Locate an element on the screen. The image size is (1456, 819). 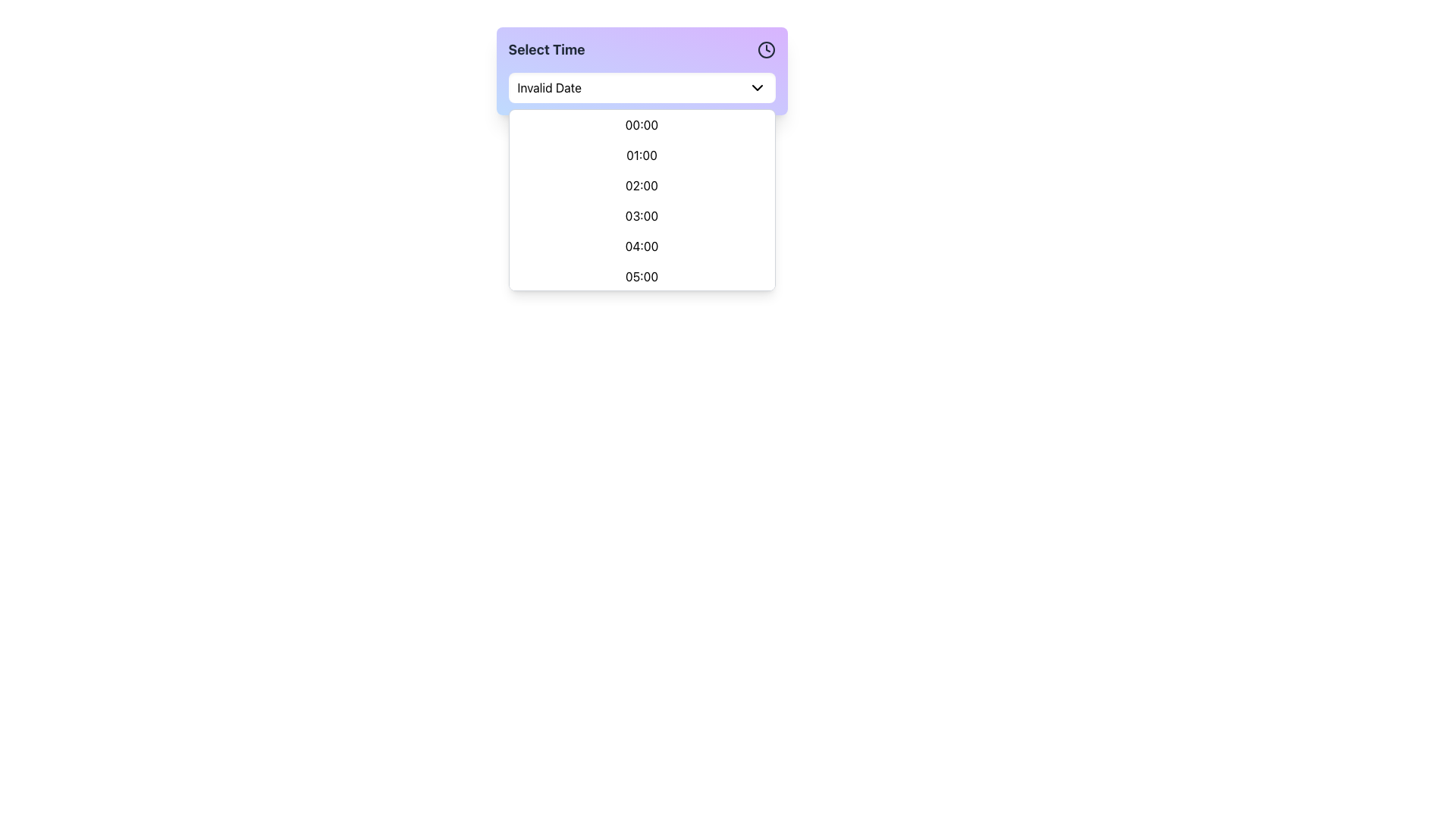
the circular boundary of the clock icon located in the top-right corner of the 'Select Time' panel is located at coordinates (766, 49).